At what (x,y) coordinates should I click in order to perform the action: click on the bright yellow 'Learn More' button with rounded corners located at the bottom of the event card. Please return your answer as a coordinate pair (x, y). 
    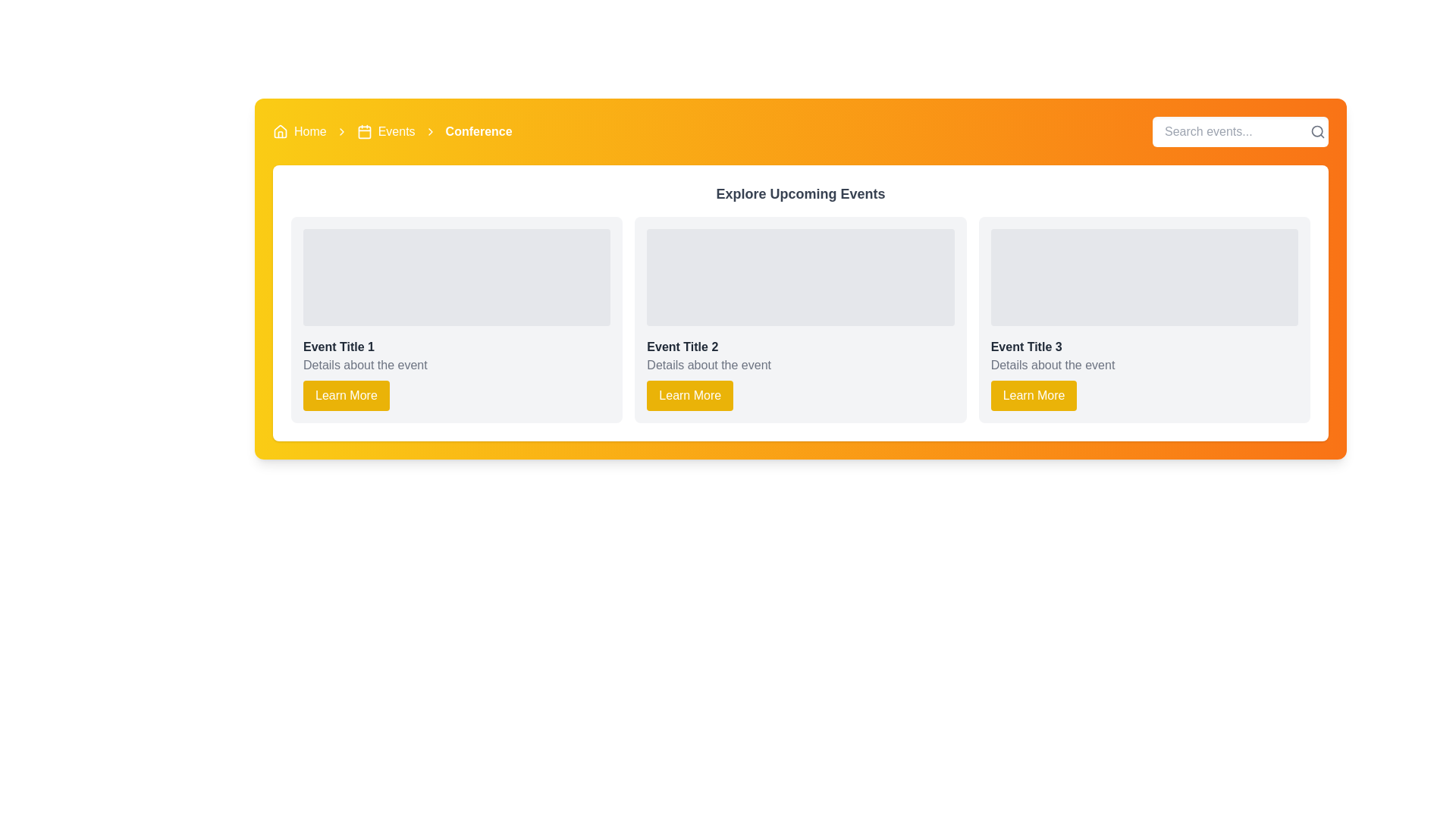
    Looking at the image, I should click on (689, 394).